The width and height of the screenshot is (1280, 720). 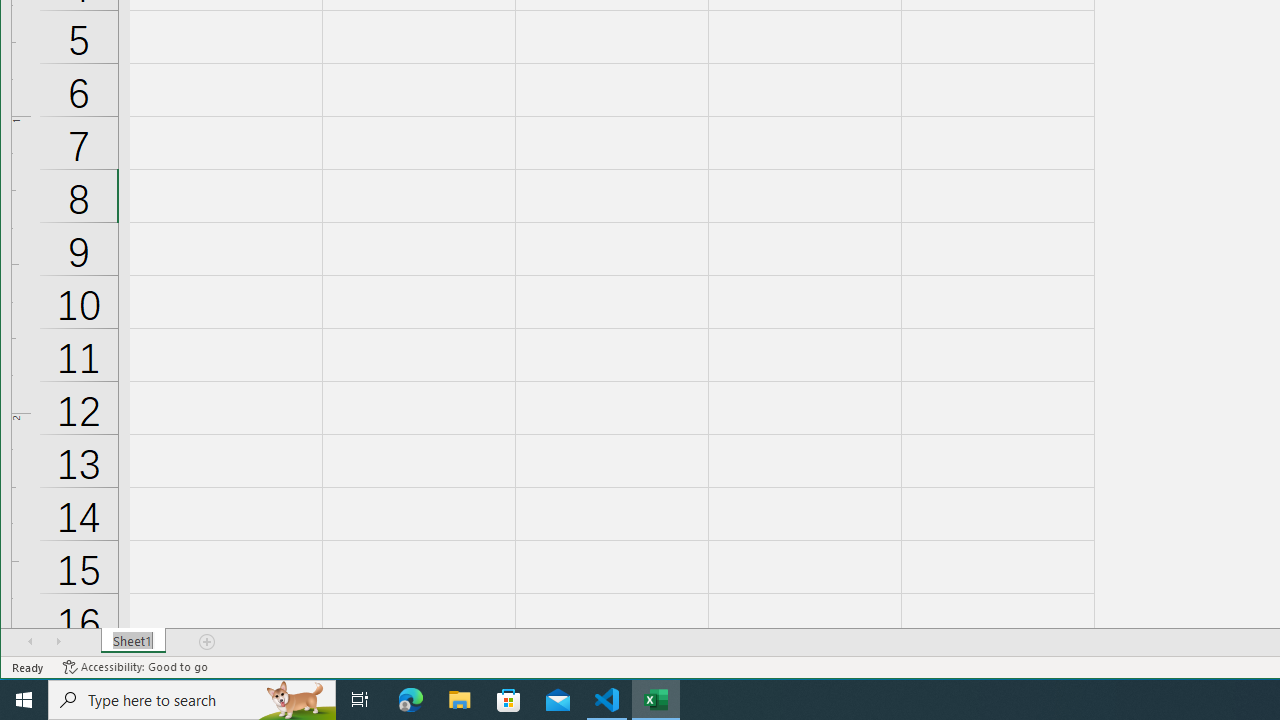 What do you see at coordinates (192, 698) in the screenshot?
I see `'Type here to search'` at bounding box center [192, 698].